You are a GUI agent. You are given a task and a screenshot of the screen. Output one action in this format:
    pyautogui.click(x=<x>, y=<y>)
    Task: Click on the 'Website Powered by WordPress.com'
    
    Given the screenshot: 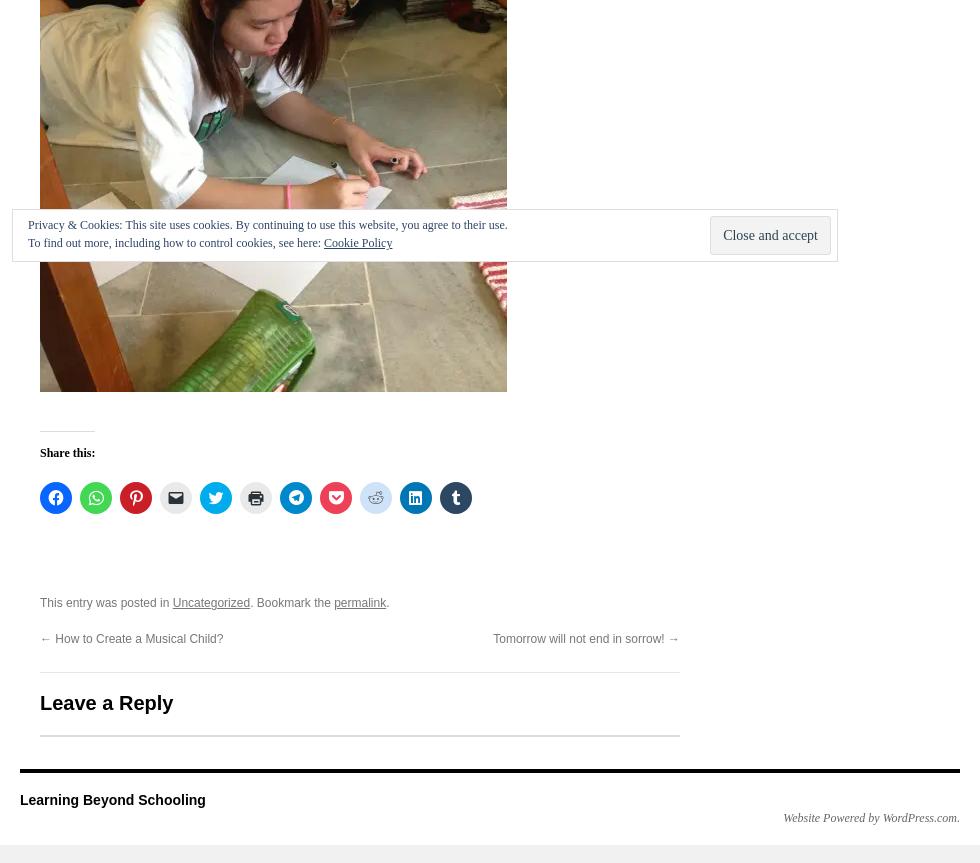 What is the action you would take?
    pyautogui.click(x=870, y=817)
    